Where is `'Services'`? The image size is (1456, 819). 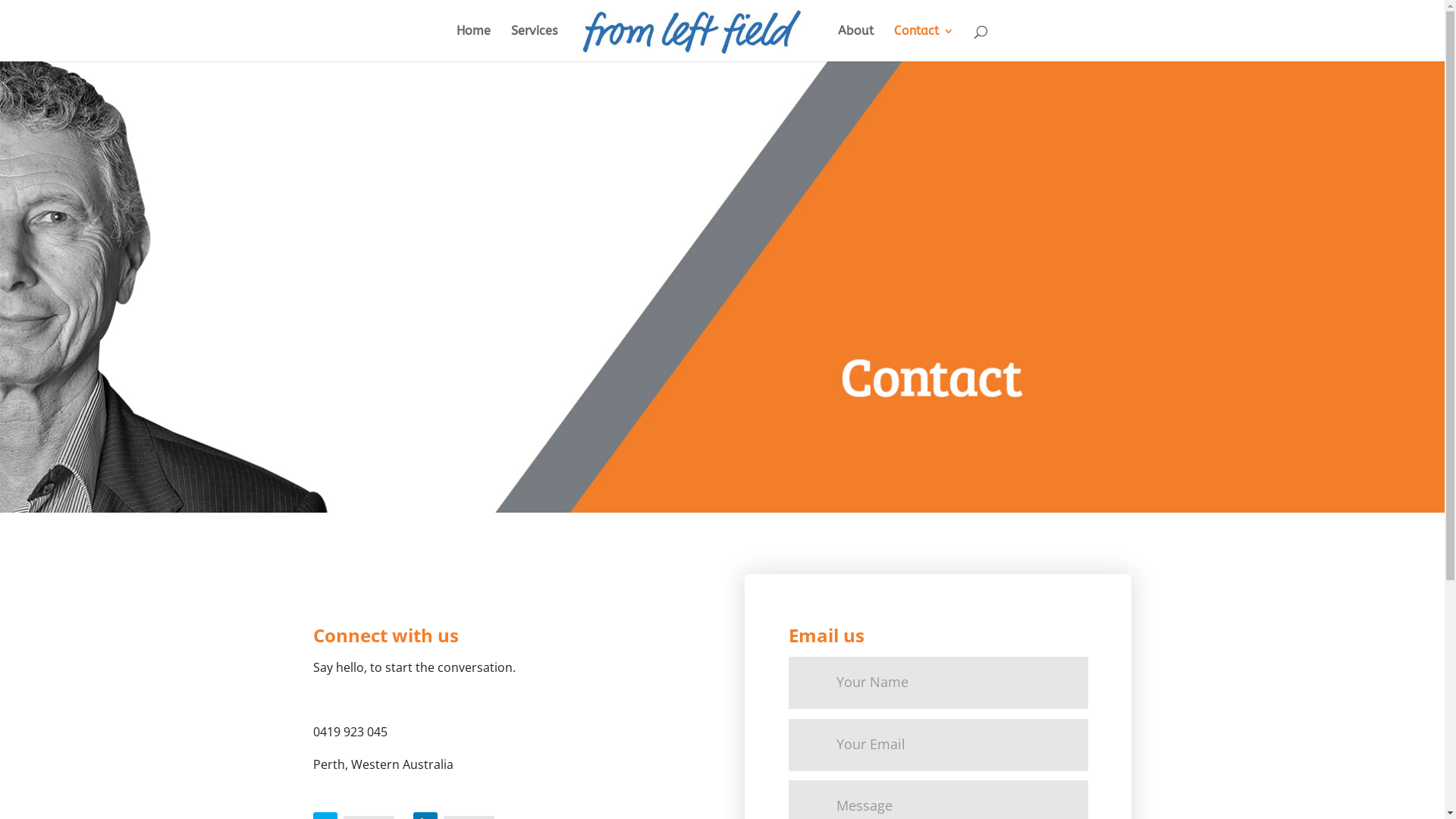 'Services' is located at coordinates (534, 42).